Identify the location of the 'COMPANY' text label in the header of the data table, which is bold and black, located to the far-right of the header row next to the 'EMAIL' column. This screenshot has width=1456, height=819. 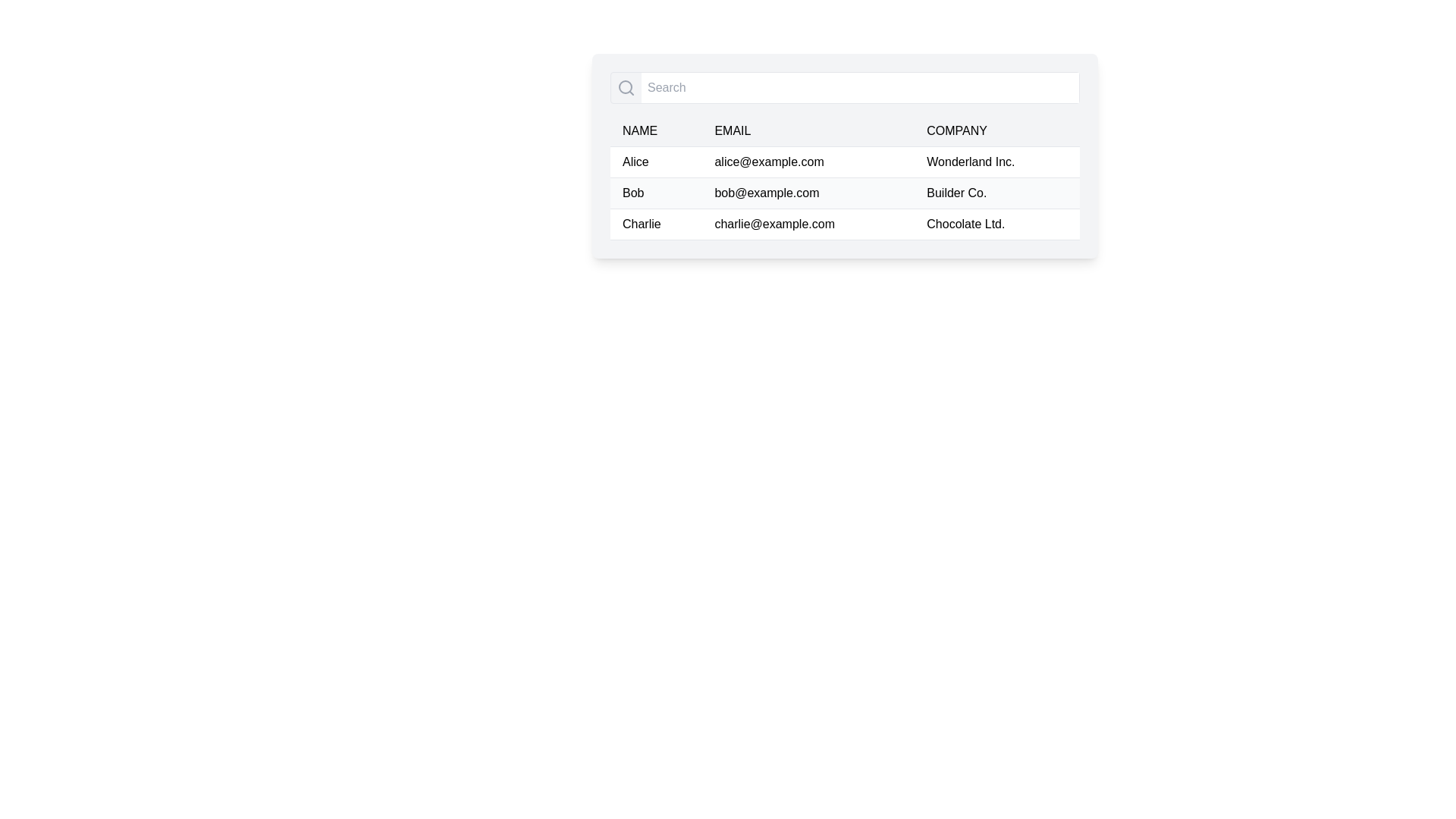
(956, 130).